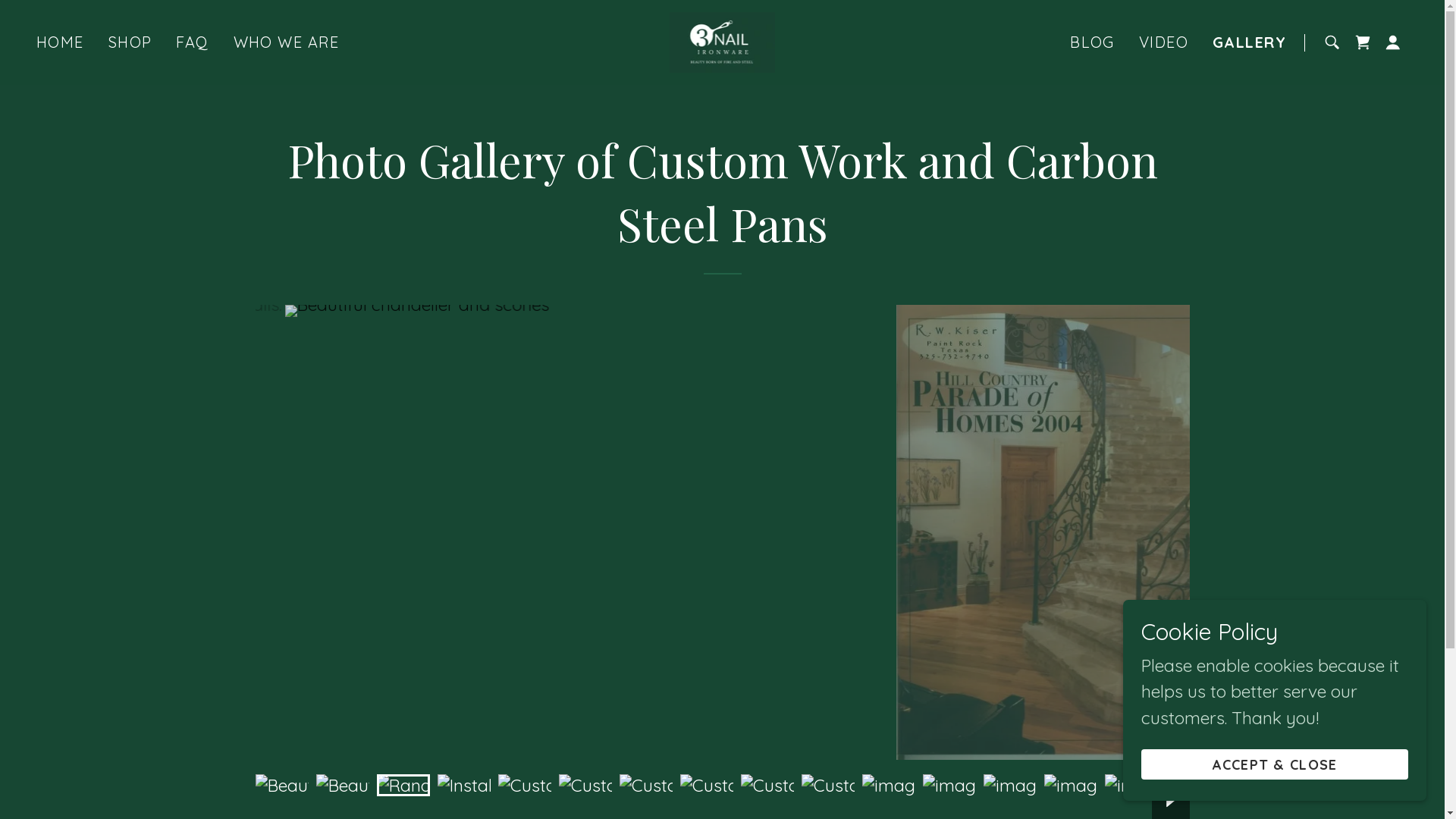 The height and width of the screenshot is (819, 1456). Describe the element at coordinates (1163, 42) in the screenshot. I see `'VIDEO'` at that location.